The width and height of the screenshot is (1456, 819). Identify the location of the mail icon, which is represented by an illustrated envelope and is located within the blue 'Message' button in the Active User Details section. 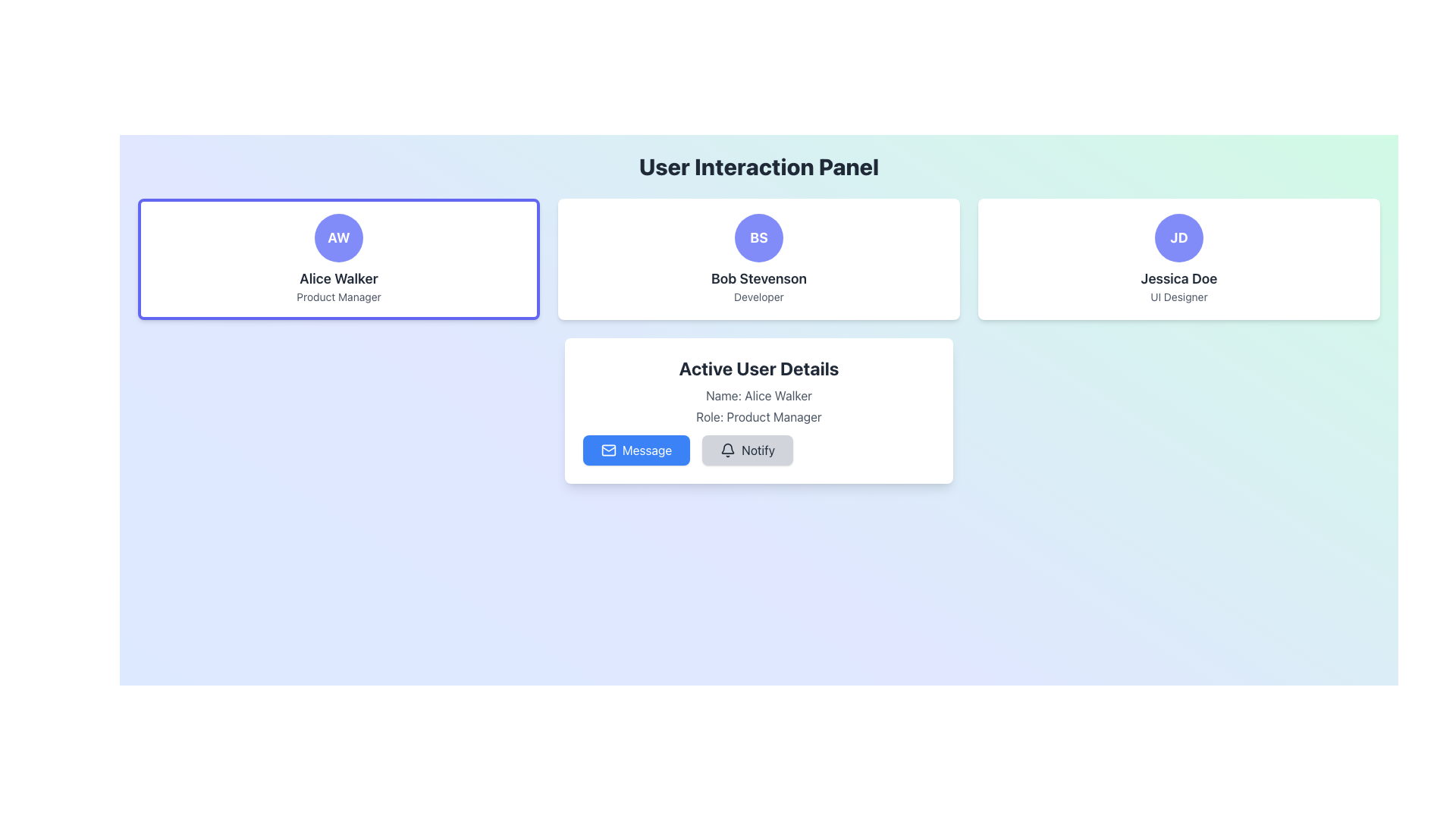
(608, 450).